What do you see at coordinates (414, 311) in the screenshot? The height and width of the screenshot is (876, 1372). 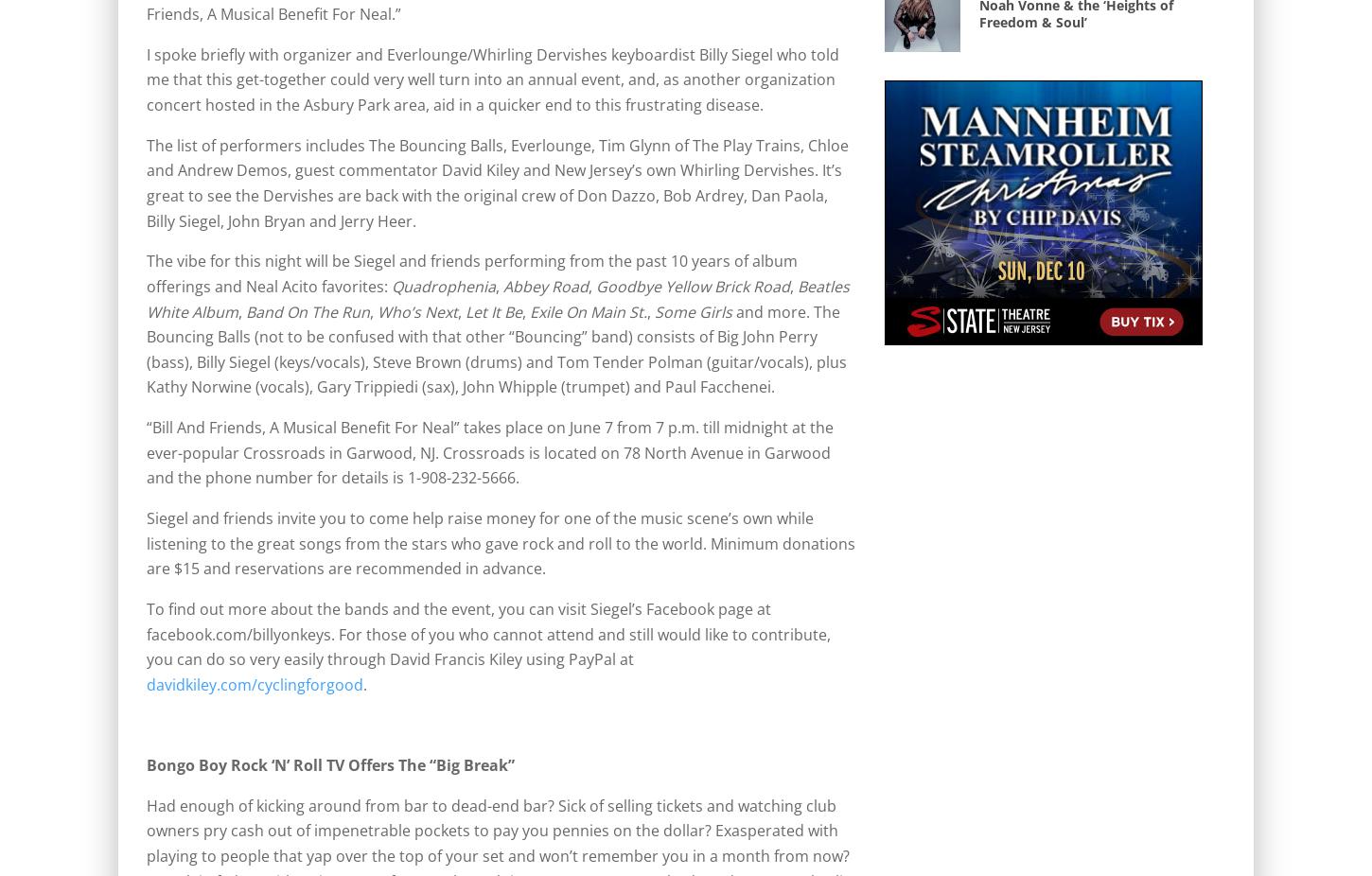 I see `'Who’s Next'` at bounding box center [414, 311].